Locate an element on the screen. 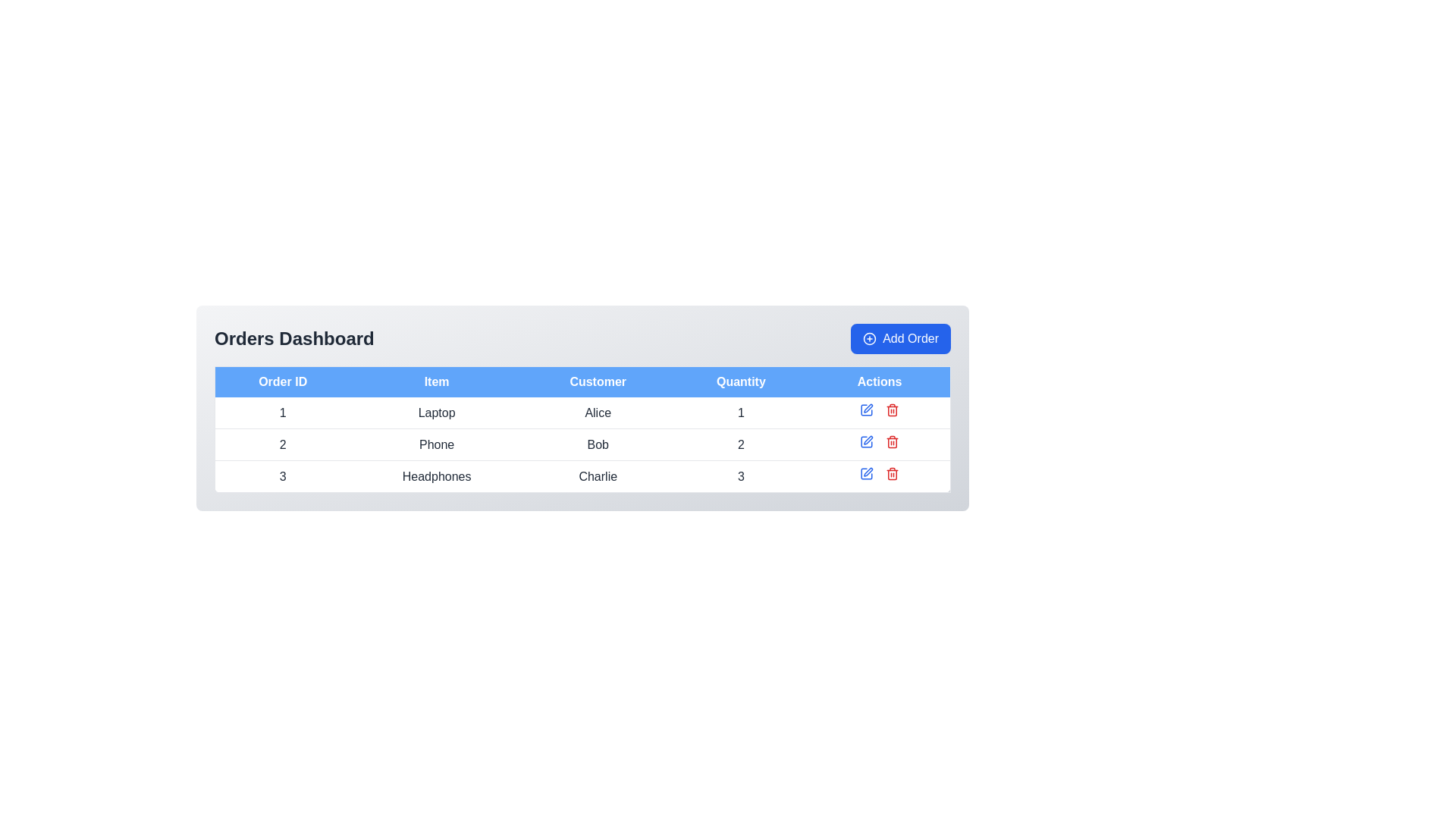  the header label for the order ID column, which is located in the upper-left section of the table header row, preceding the 'Item', 'Customer', 'Quantity', and 'Actions' headers is located at coordinates (282, 381).